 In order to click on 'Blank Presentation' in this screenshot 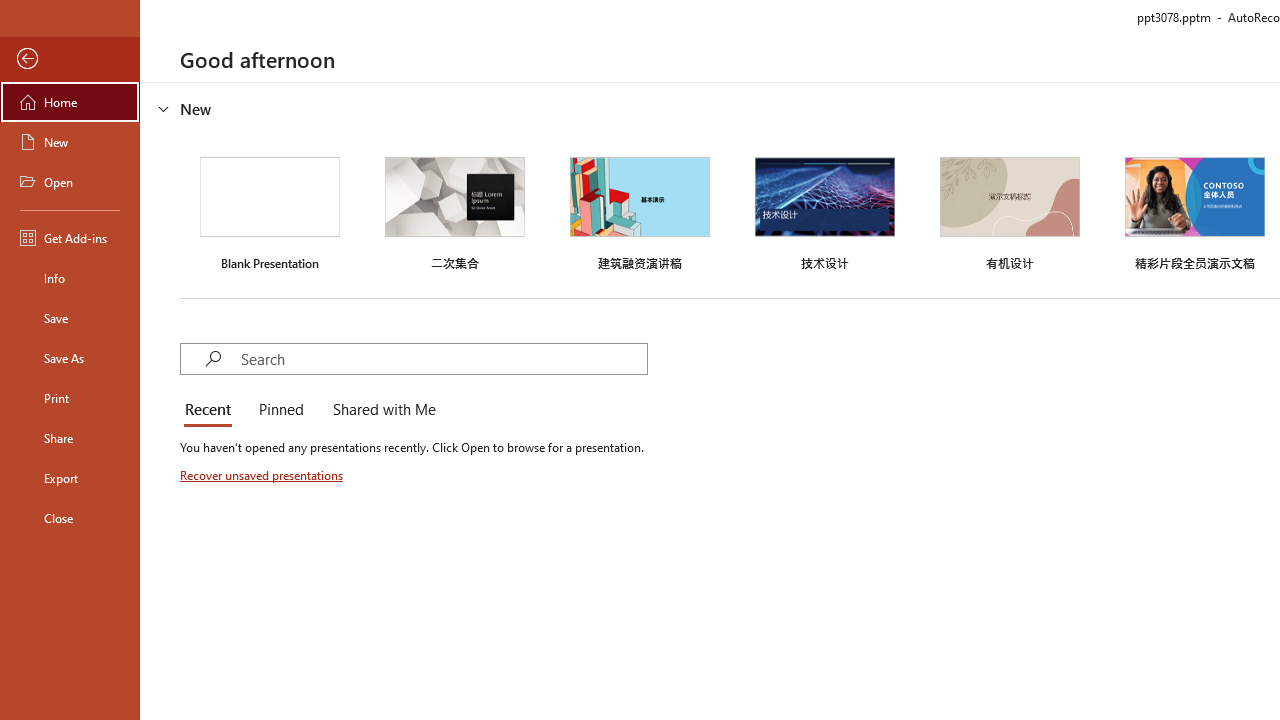, I will do `click(269, 211)`.